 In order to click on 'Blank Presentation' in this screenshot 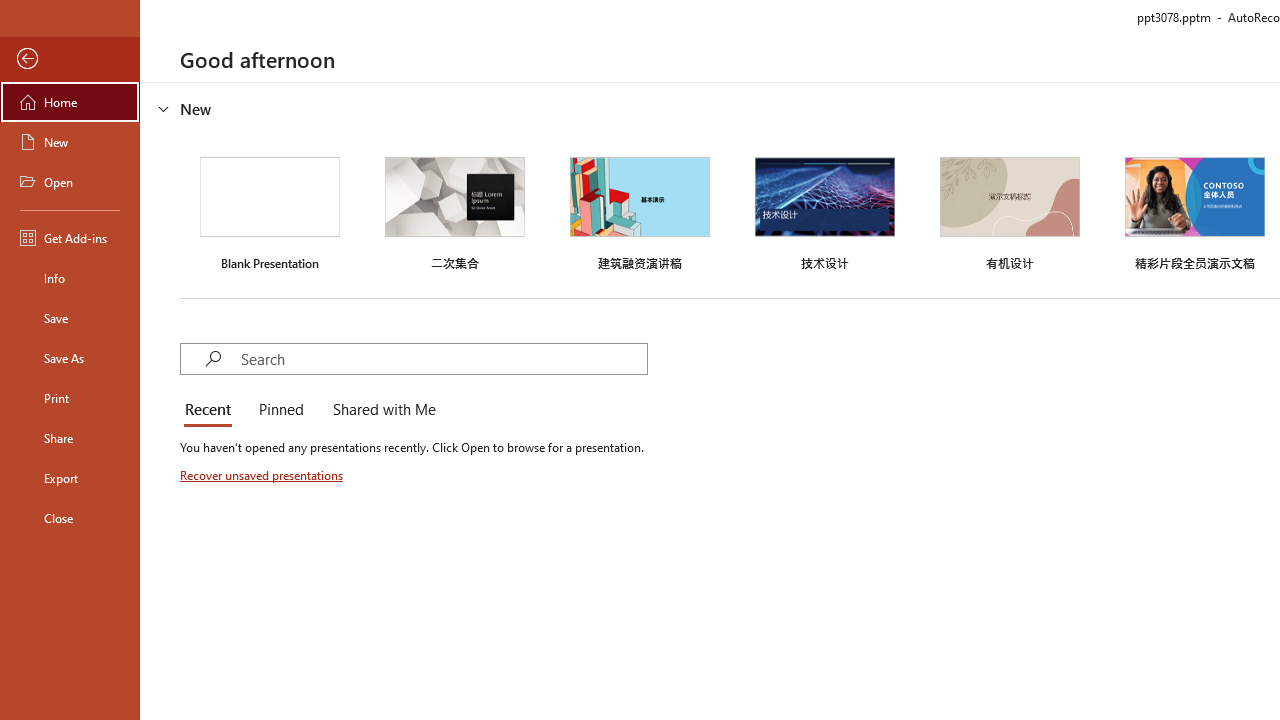, I will do `click(269, 211)`.